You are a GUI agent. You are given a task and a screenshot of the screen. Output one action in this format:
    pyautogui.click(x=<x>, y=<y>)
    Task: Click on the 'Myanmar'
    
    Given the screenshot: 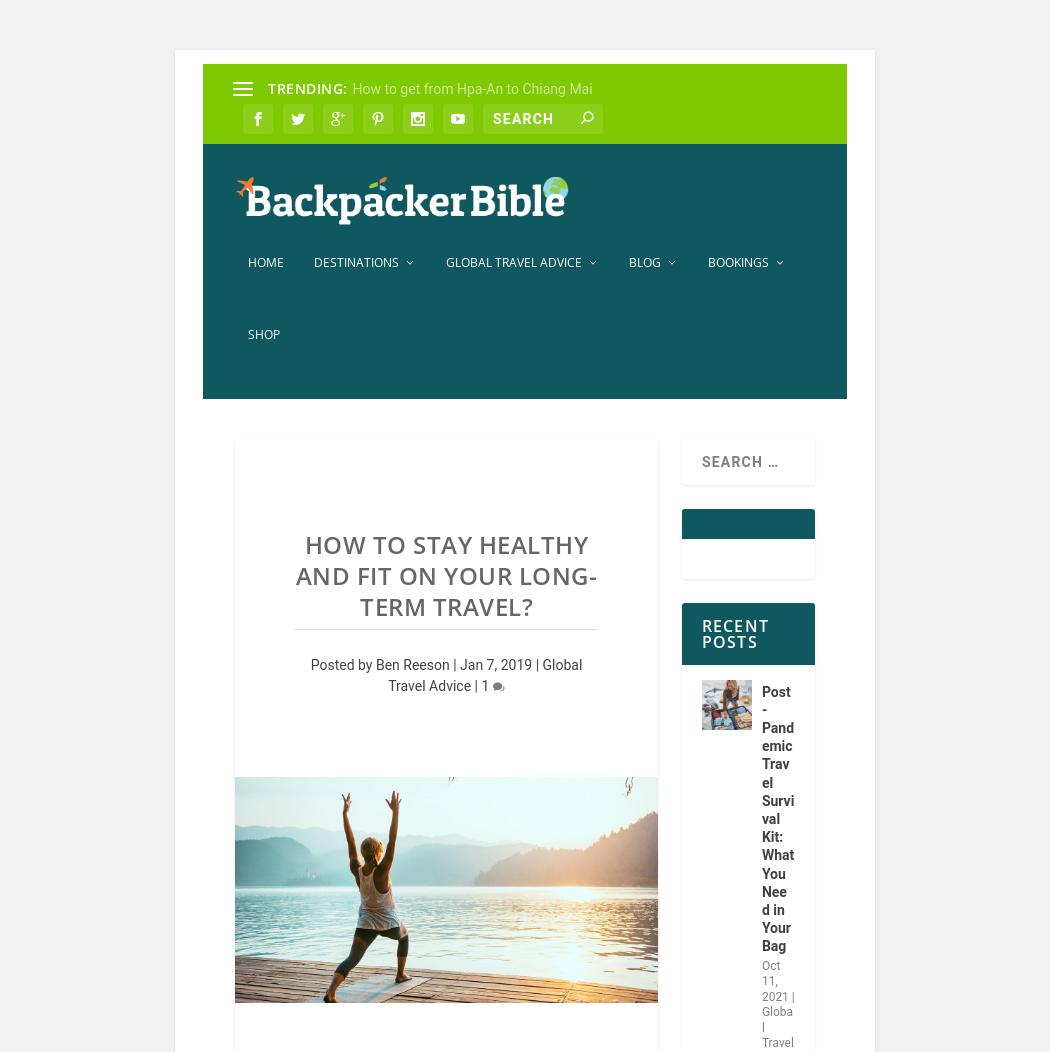 What is the action you would take?
    pyautogui.click(x=423, y=711)
    